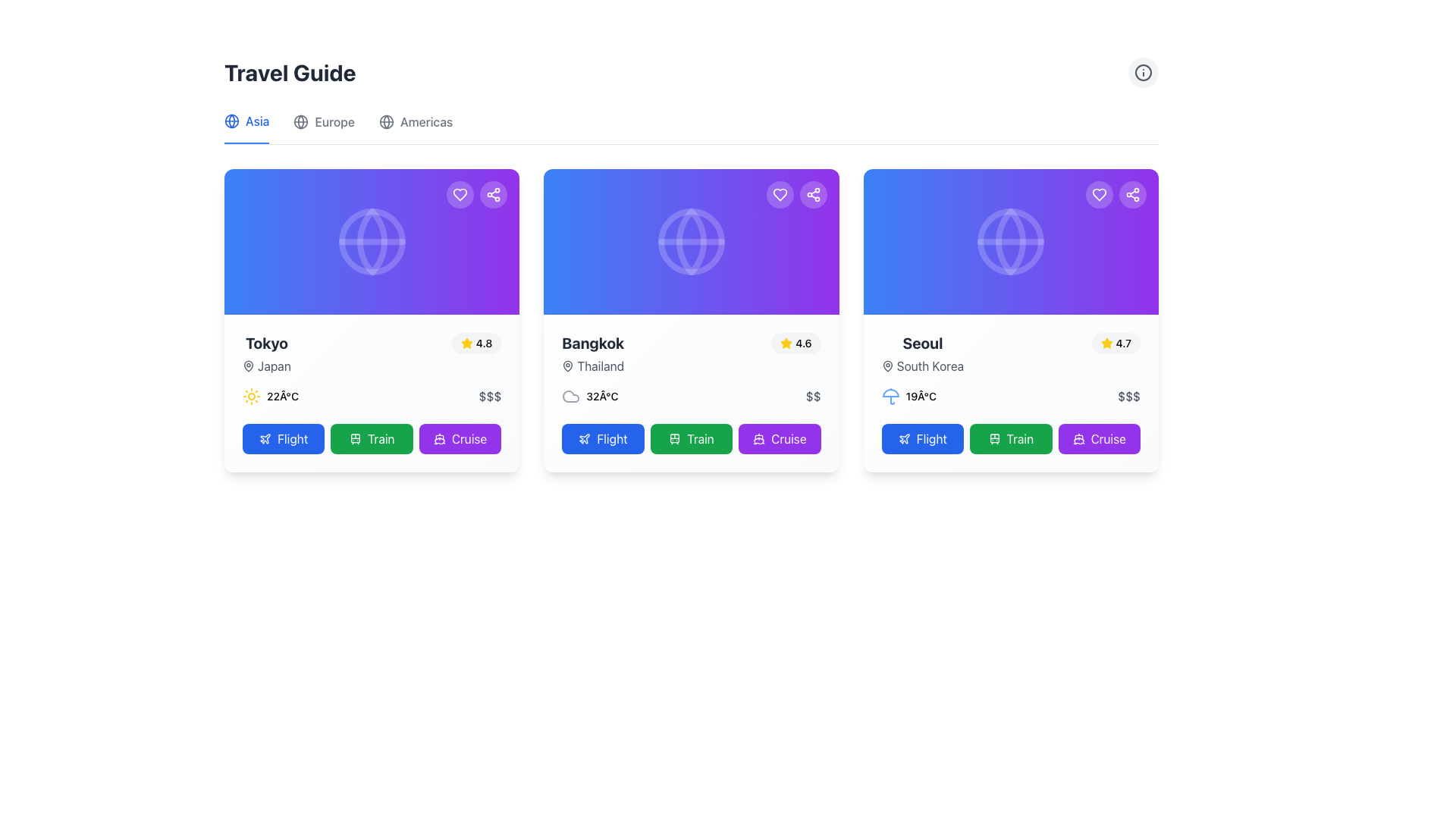 The image size is (1456, 819). I want to click on the yellow star-shaped icon used for rating located to the left of the text '4.6' in the upper-right portion of the card for Bangkok, so click(786, 343).